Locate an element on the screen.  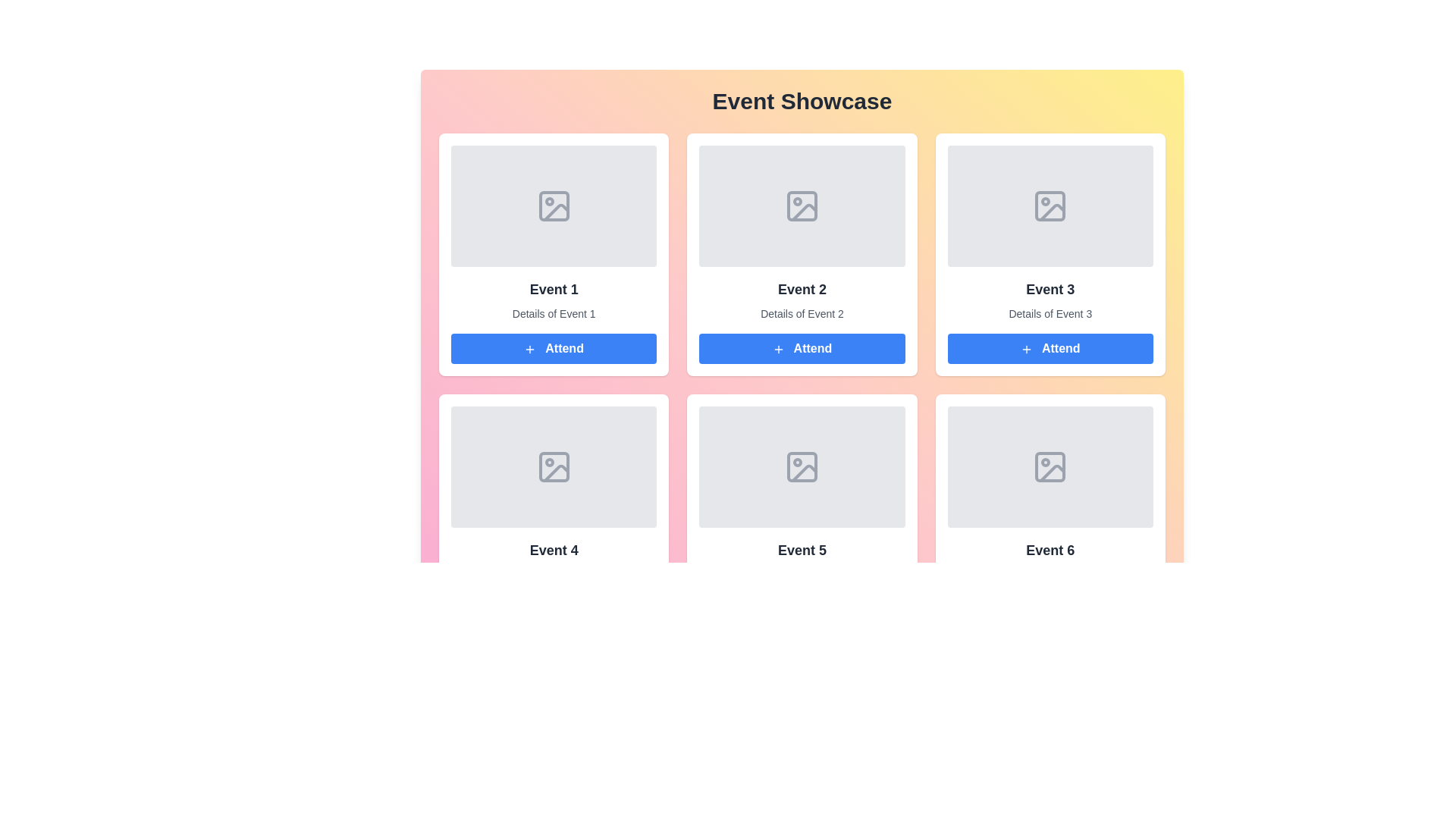
the gray rectangular image placeholder with rounded edges located at the top center of the card displaying 'Event 5' is located at coordinates (801, 466).